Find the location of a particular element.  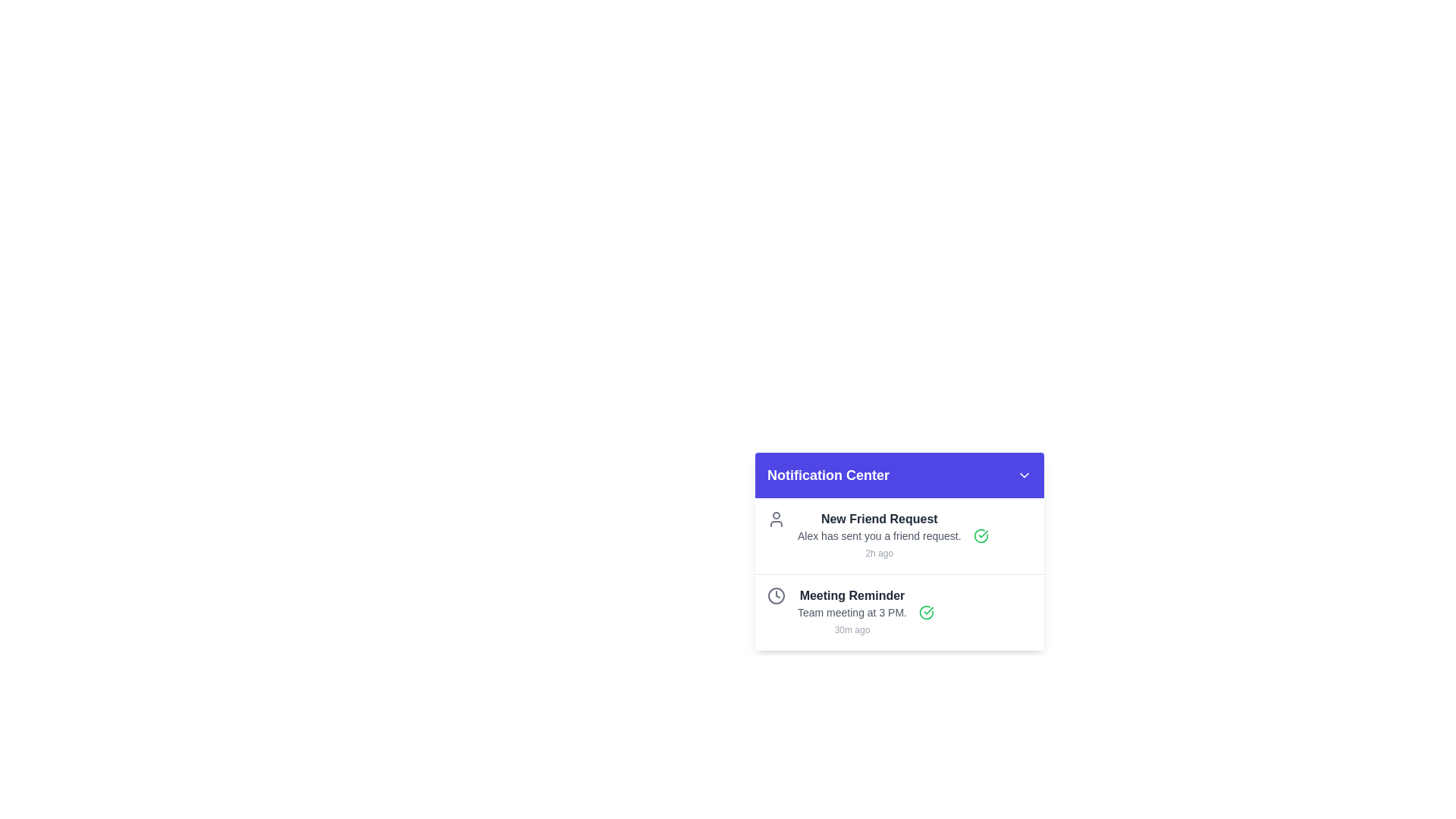

the acknowledgment icon located at the far right of the second notification item in the 'Notification Center' section, aligned with the 'Meeting Reminder' text is located at coordinates (925, 611).